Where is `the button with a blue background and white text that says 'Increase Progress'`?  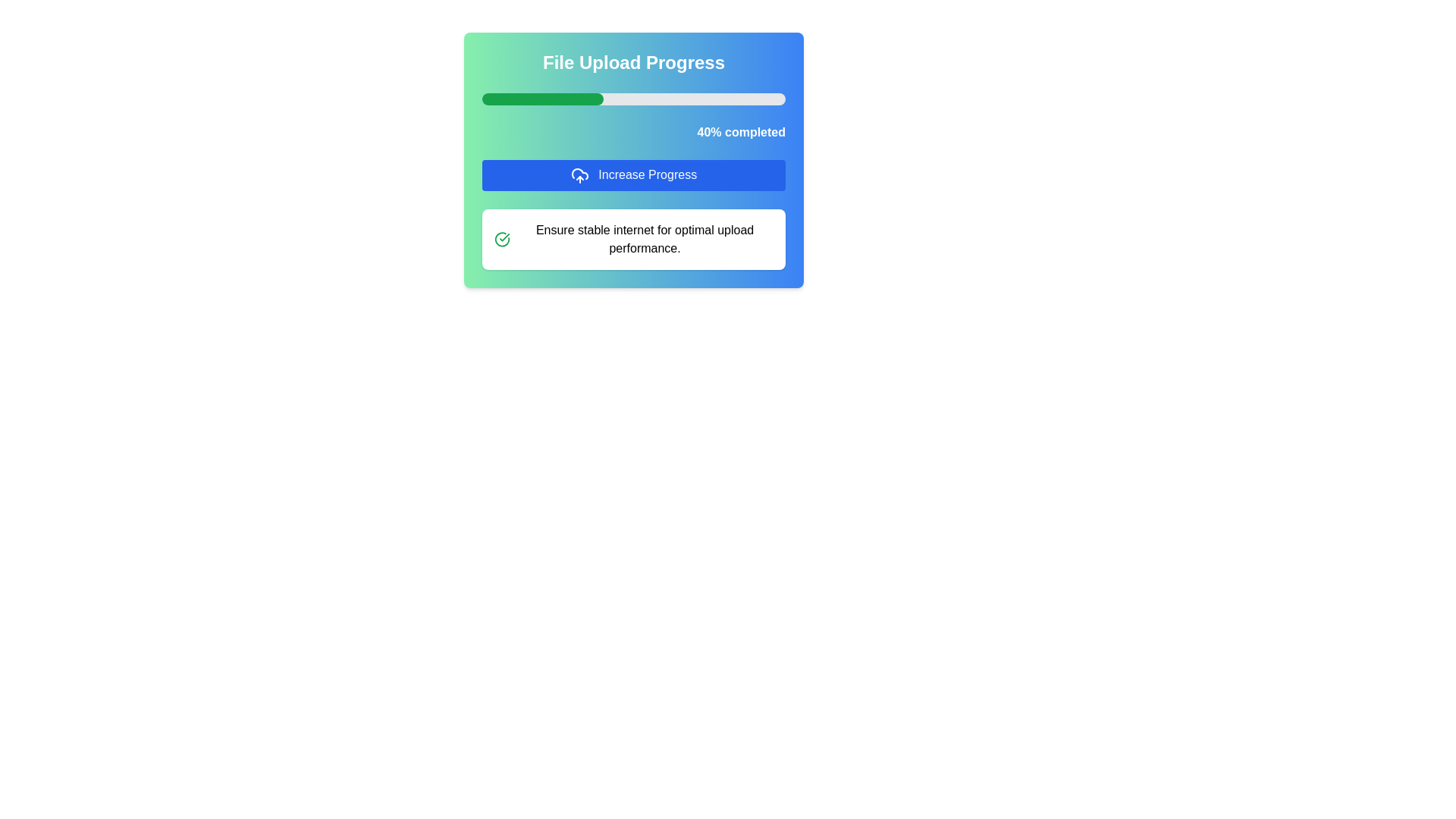
the button with a blue background and white text that says 'Increase Progress' is located at coordinates (633, 160).